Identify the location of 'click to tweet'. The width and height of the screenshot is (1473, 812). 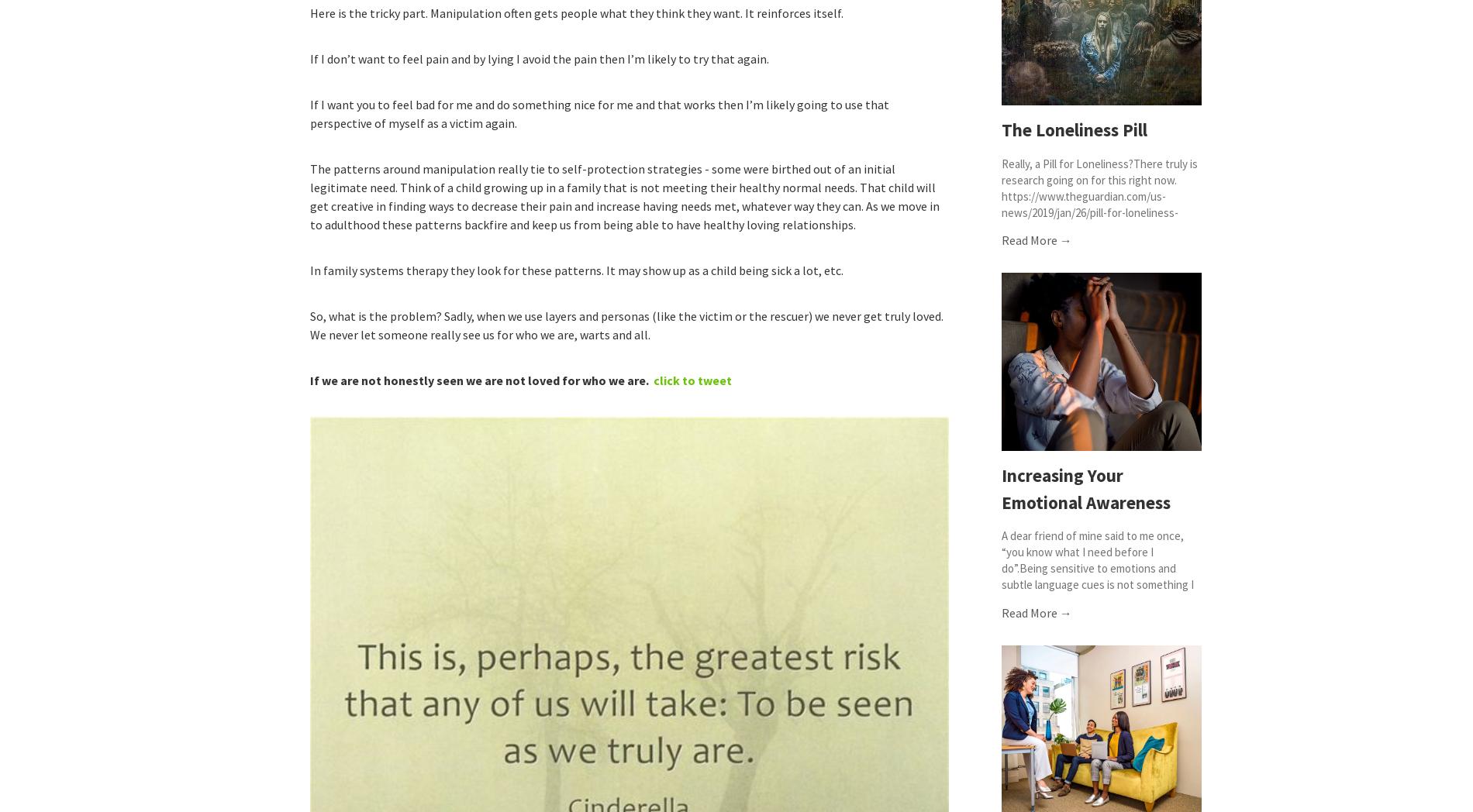
(692, 380).